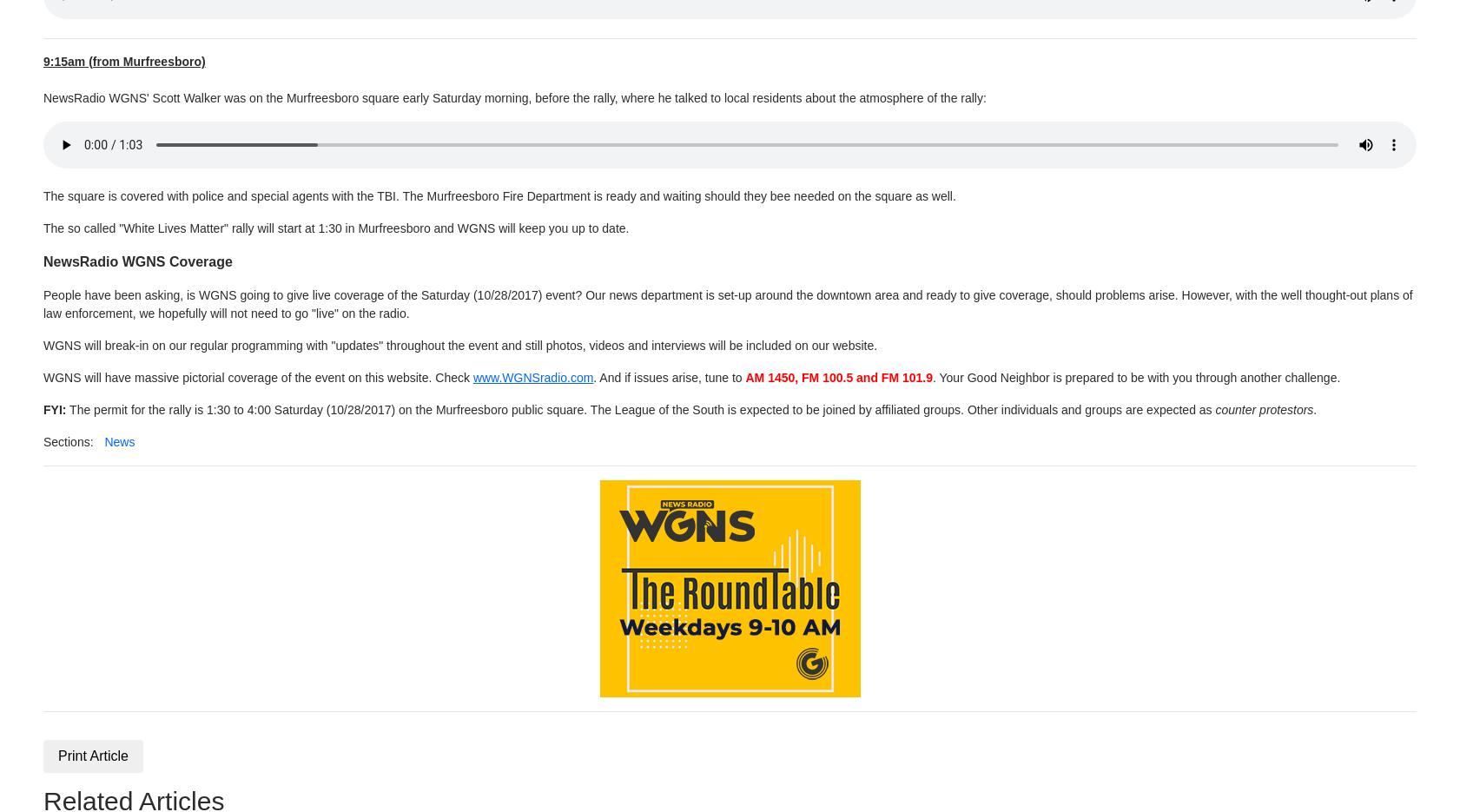 Image resolution: width=1460 pixels, height=812 pixels. What do you see at coordinates (123, 61) in the screenshot?
I see `'9:15am (from Murfreesboro)'` at bounding box center [123, 61].